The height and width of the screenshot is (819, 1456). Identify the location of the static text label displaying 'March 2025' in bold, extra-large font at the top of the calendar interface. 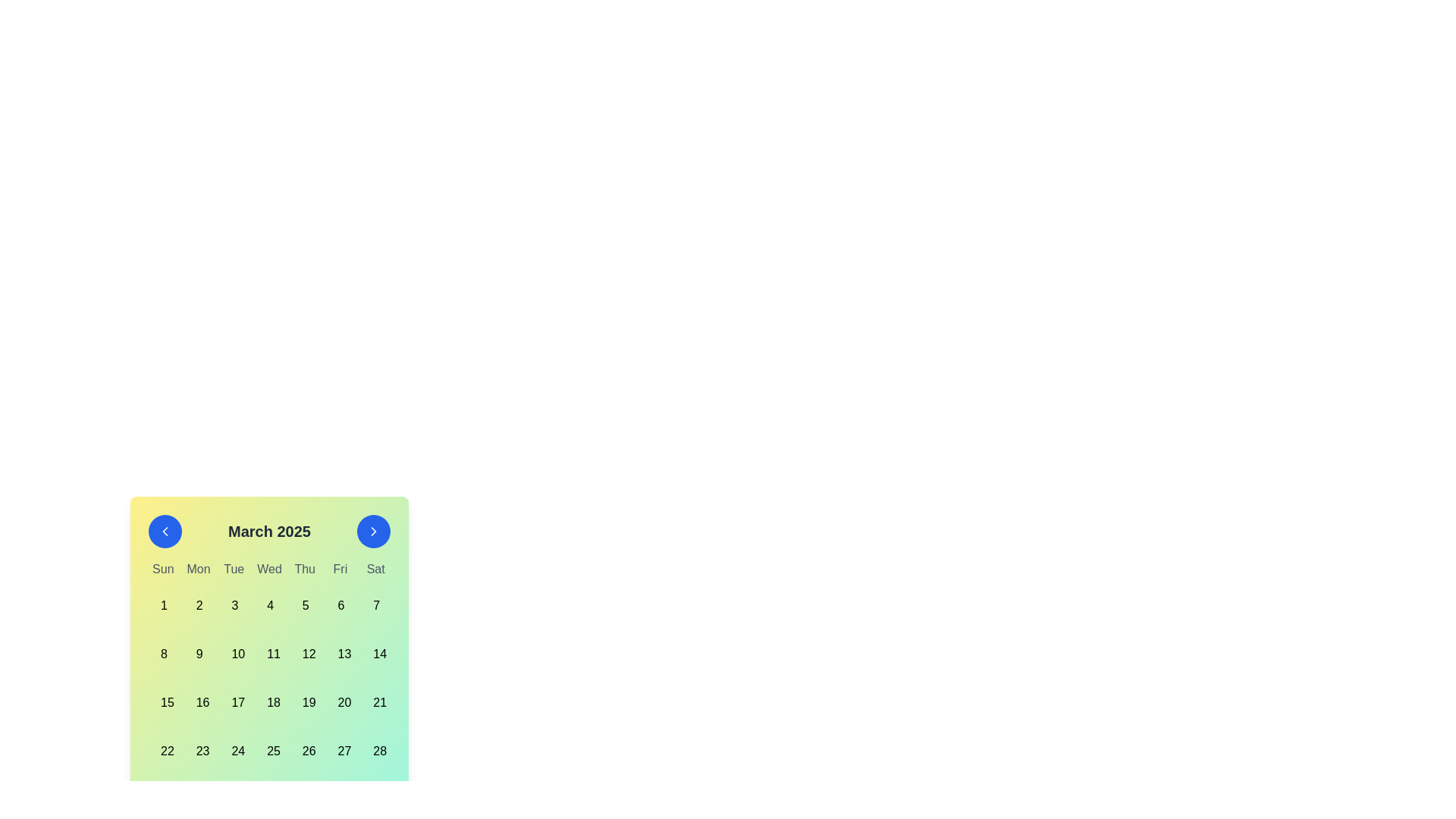
(269, 531).